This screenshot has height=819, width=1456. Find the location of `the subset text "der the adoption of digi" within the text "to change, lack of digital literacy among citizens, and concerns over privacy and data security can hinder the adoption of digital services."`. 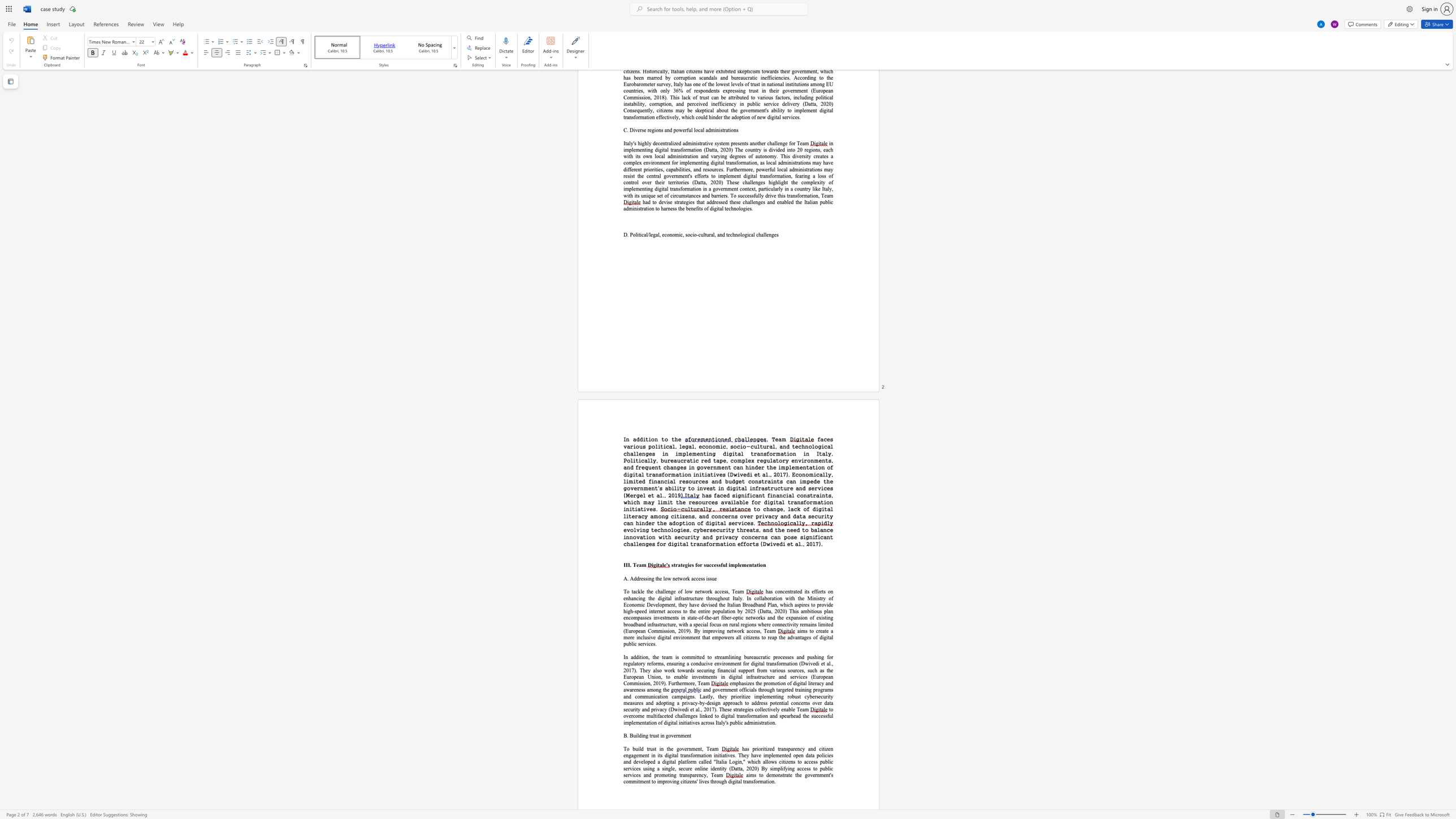

the subset text "der the adoption of digi" within the text "to change, lack of digital literacy among citizens, and concerns over privacy and data security can hinder the adoption of digital services." is located at coordinates (644, 522).